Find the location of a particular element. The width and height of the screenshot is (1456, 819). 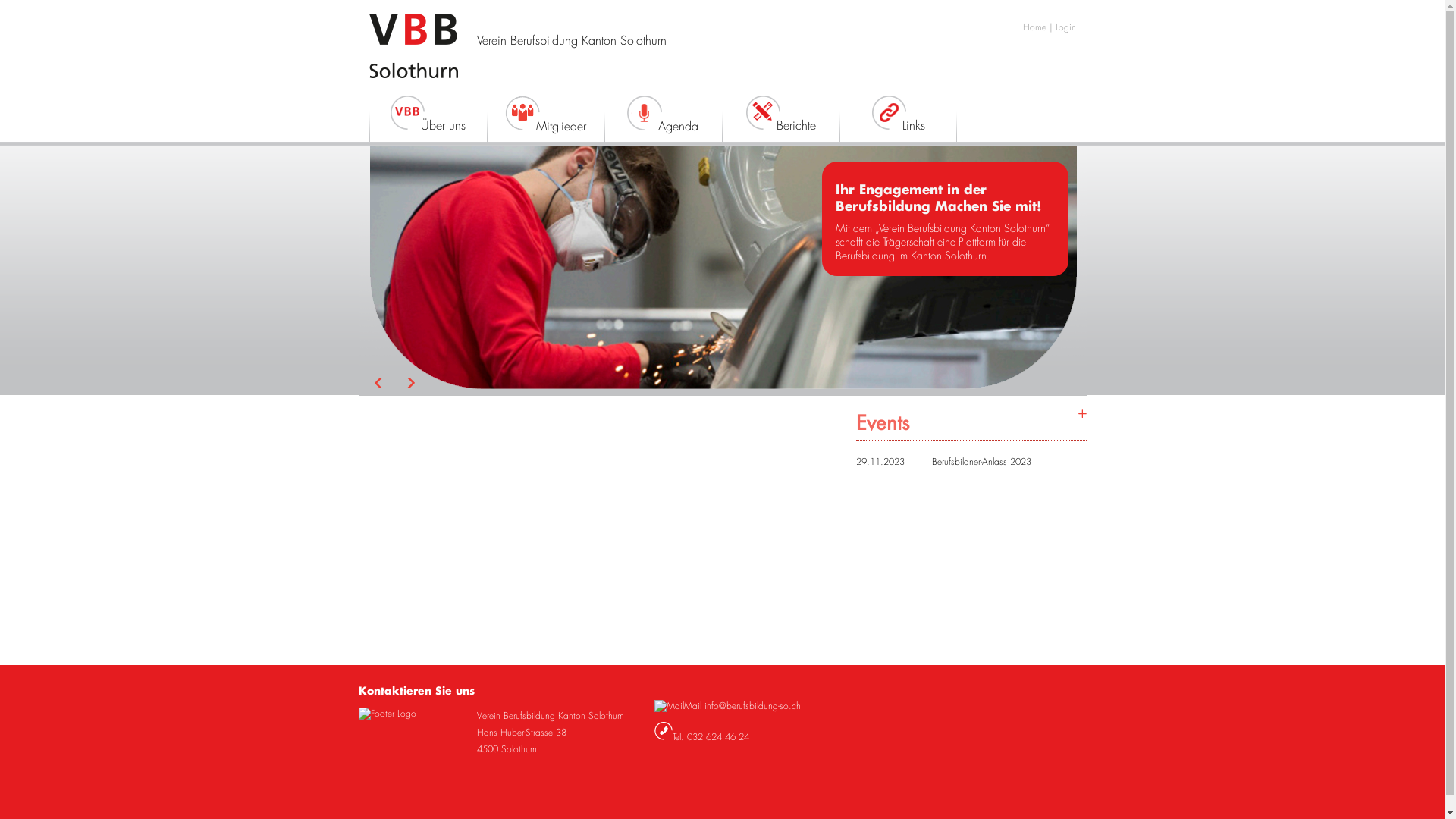

'Events' is located at coordinates (971, 422).